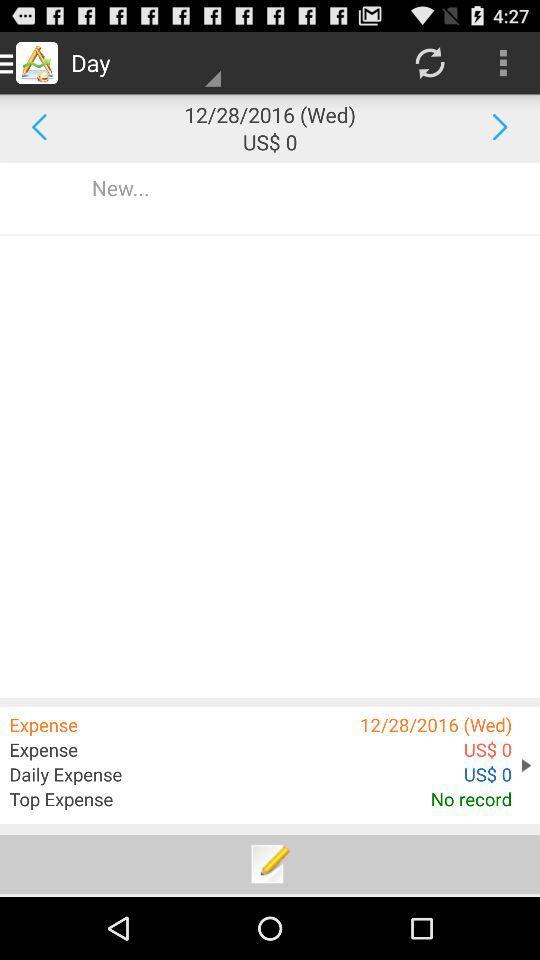 The width and height of the screenshot is (540, 960). I want to click on the arrow_forward icon, so click(499, 135).